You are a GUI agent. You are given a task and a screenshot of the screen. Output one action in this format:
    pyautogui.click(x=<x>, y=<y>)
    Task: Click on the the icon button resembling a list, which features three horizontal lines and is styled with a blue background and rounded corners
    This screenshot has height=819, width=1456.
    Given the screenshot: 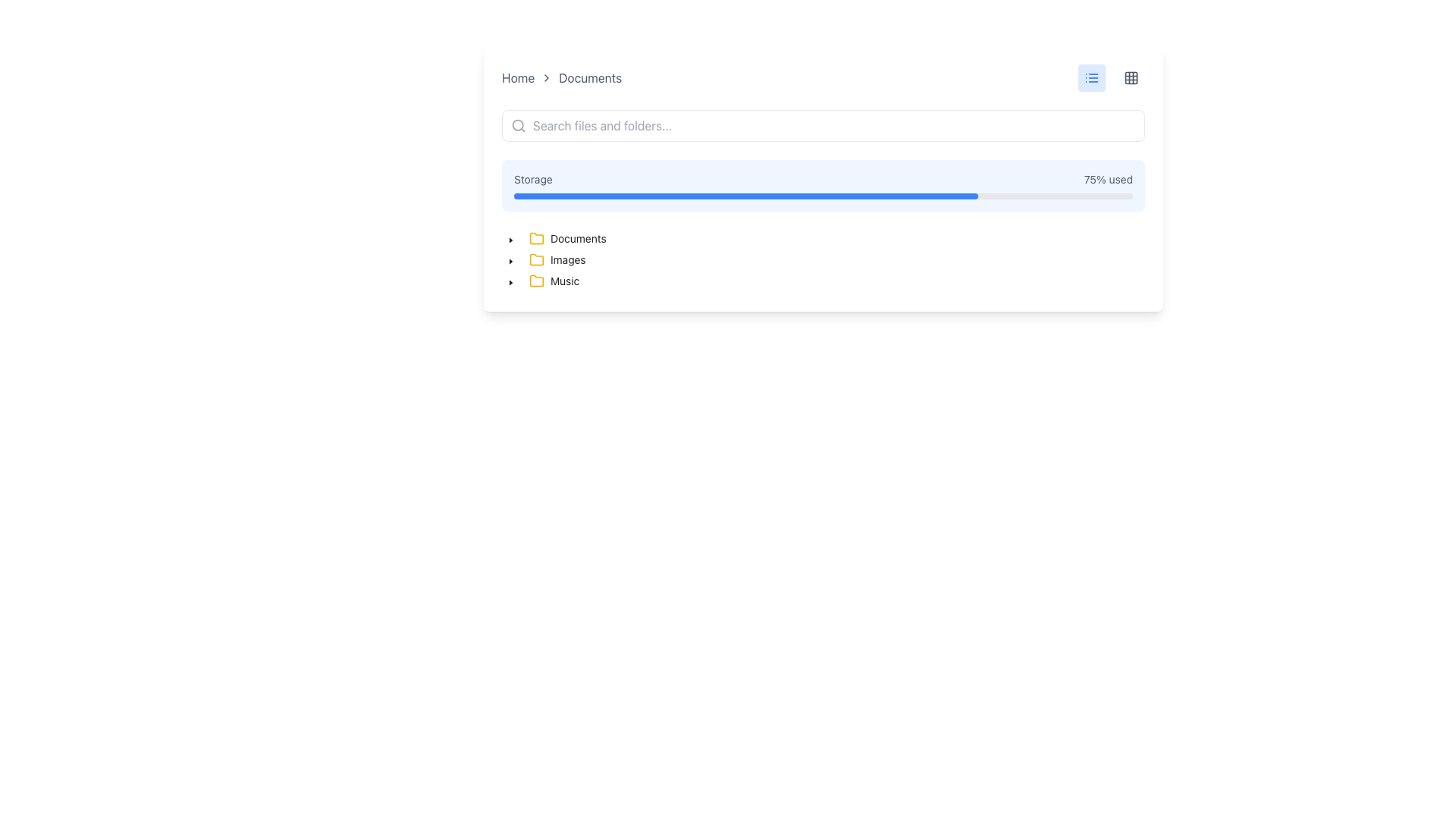 What is the action you would take?
    pyautogui.click(x=1092, y=78)
    